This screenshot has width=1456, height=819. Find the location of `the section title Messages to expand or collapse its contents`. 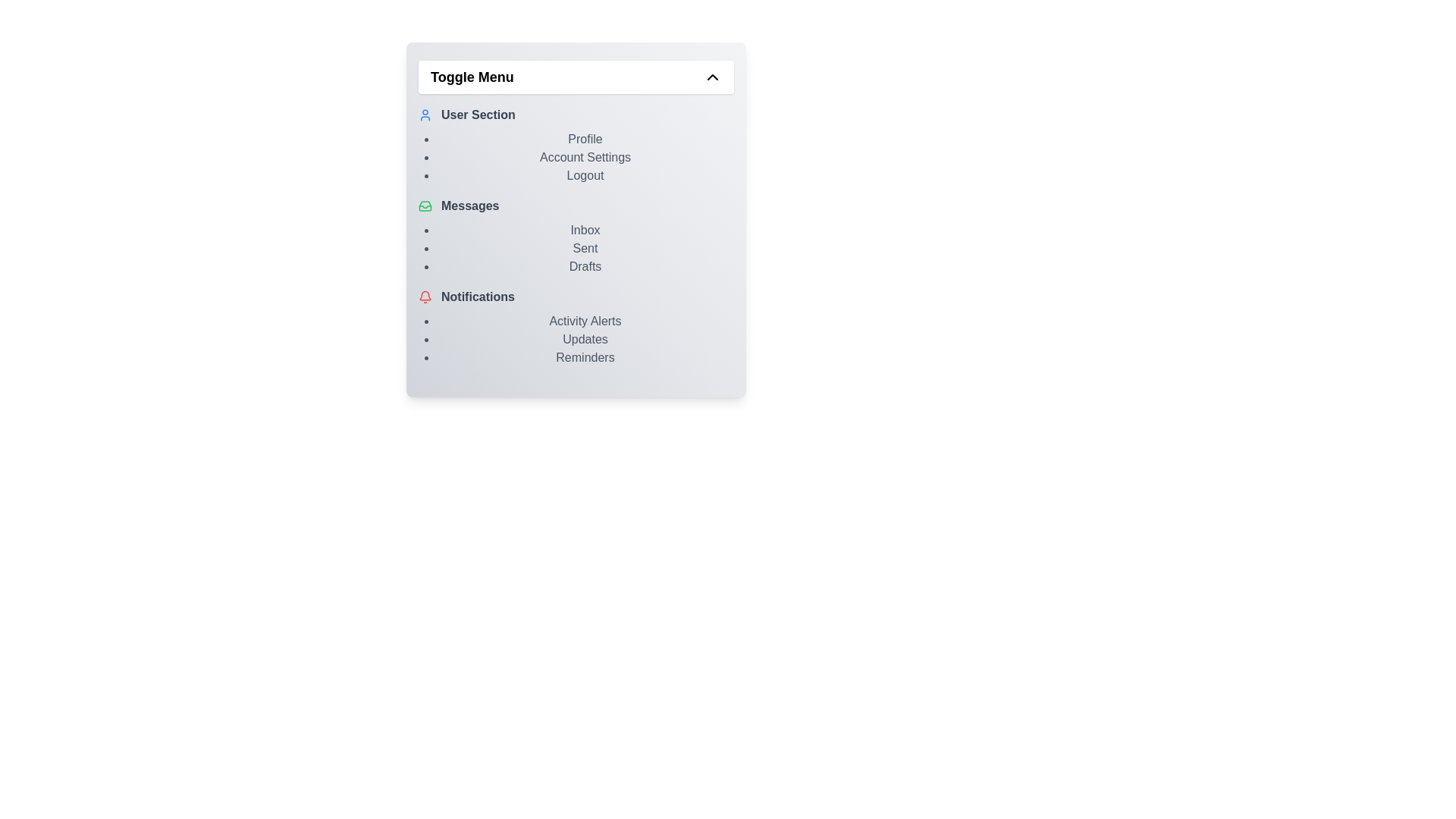

the section title Messages to expand or collapse its contents is located at coordinates (575, 206).